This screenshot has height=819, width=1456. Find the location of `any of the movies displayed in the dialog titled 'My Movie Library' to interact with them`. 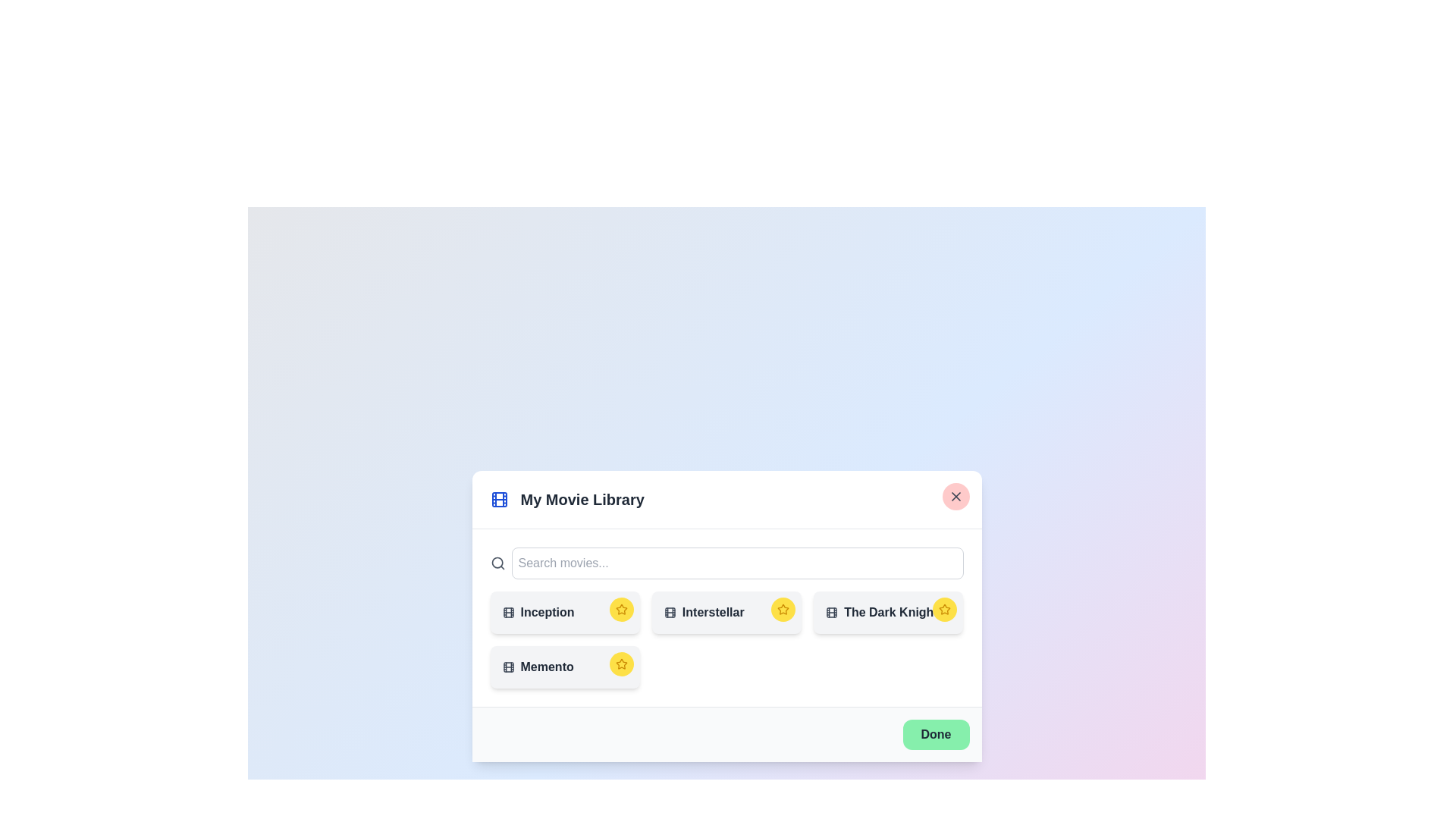

any of the movies displayed in the dialog titled 'My Movie Library' to interact with them is located at coordinates (726, 617).